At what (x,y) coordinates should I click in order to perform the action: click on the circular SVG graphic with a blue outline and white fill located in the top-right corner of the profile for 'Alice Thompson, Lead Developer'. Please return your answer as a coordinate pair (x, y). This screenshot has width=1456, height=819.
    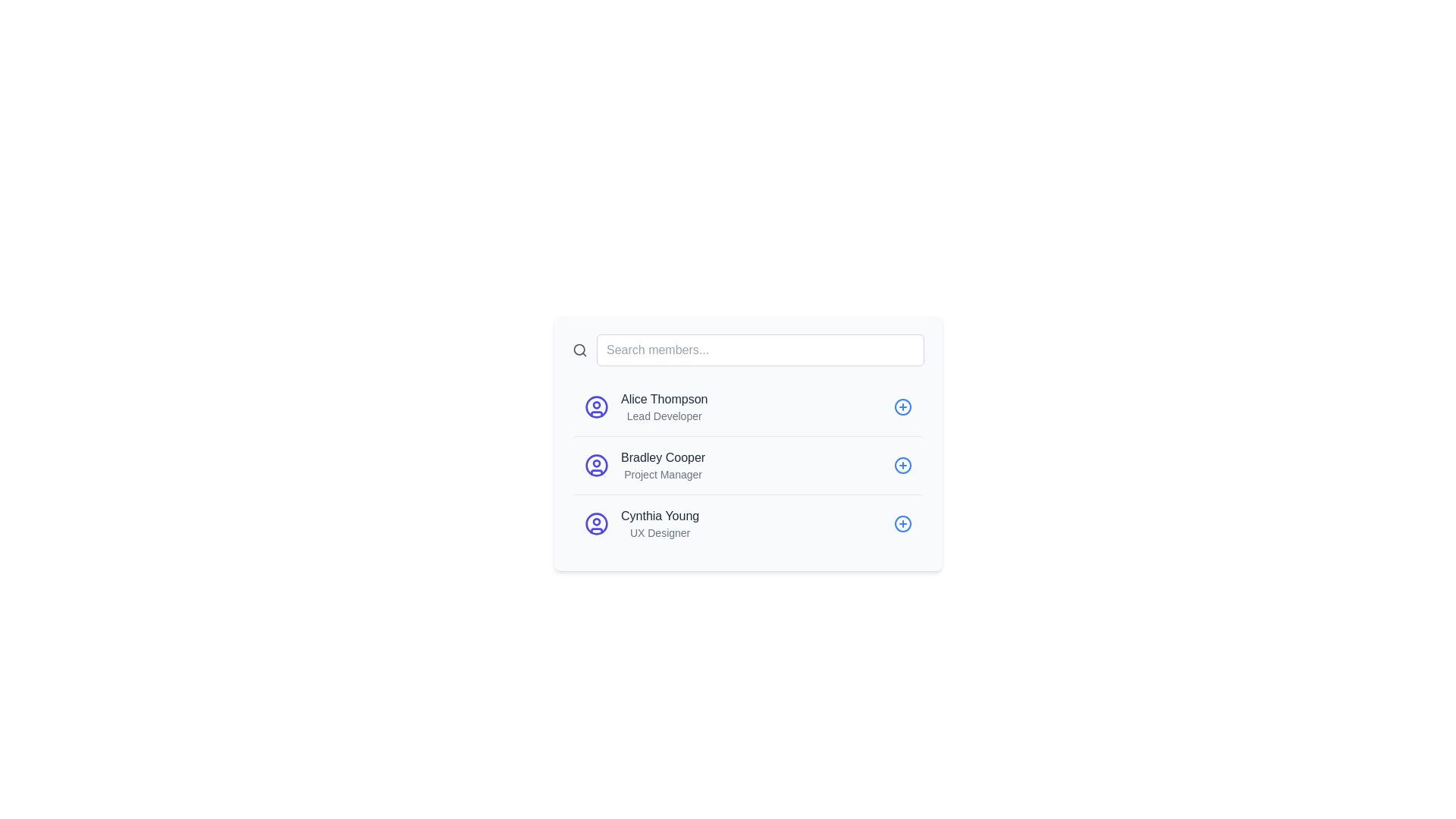
    Looking at the image, I should click on (902, 406).